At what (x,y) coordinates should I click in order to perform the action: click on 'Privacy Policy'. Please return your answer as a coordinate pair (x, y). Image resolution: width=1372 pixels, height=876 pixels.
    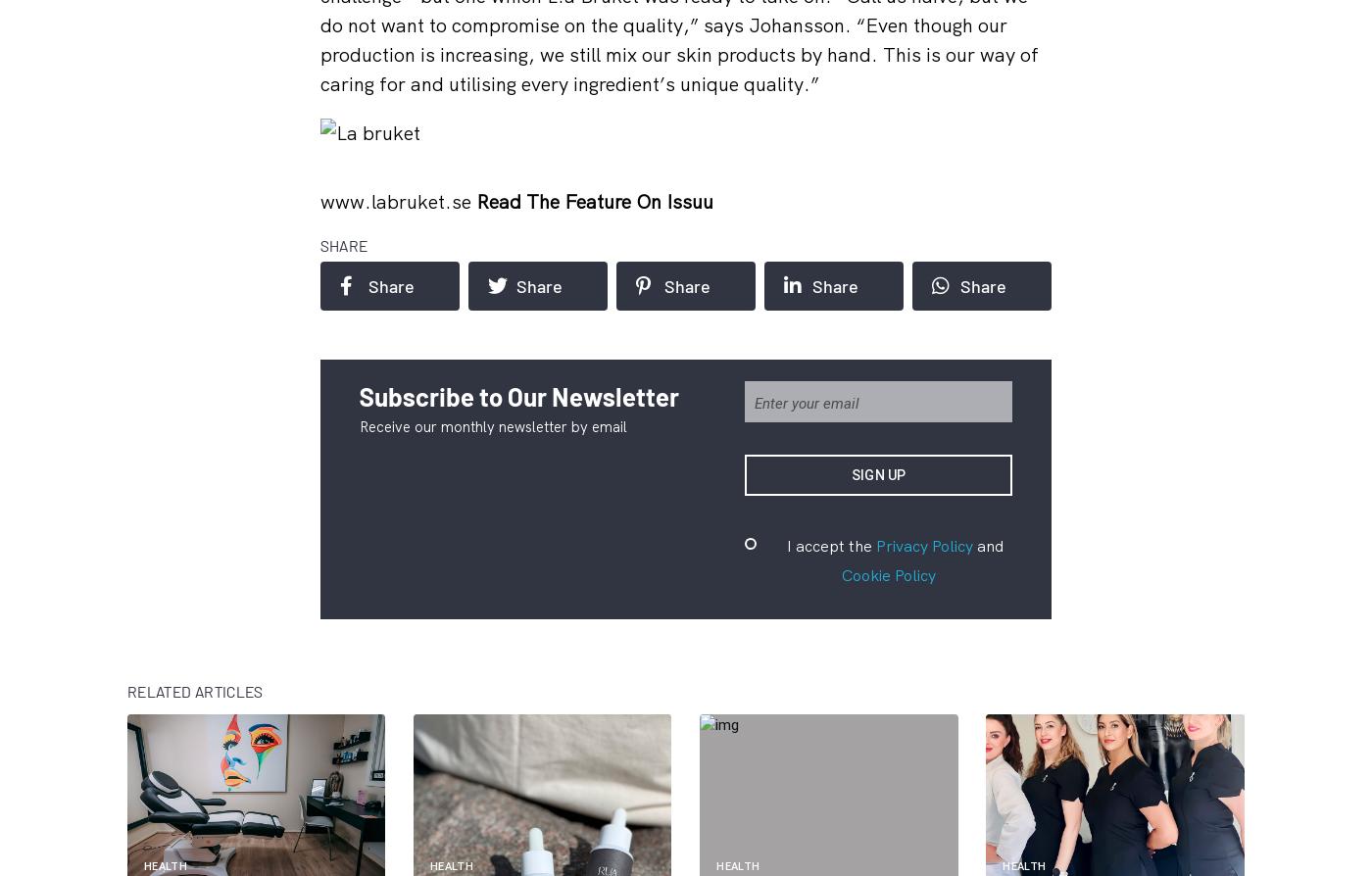
    Looking at the image, I should click on (923, 545).